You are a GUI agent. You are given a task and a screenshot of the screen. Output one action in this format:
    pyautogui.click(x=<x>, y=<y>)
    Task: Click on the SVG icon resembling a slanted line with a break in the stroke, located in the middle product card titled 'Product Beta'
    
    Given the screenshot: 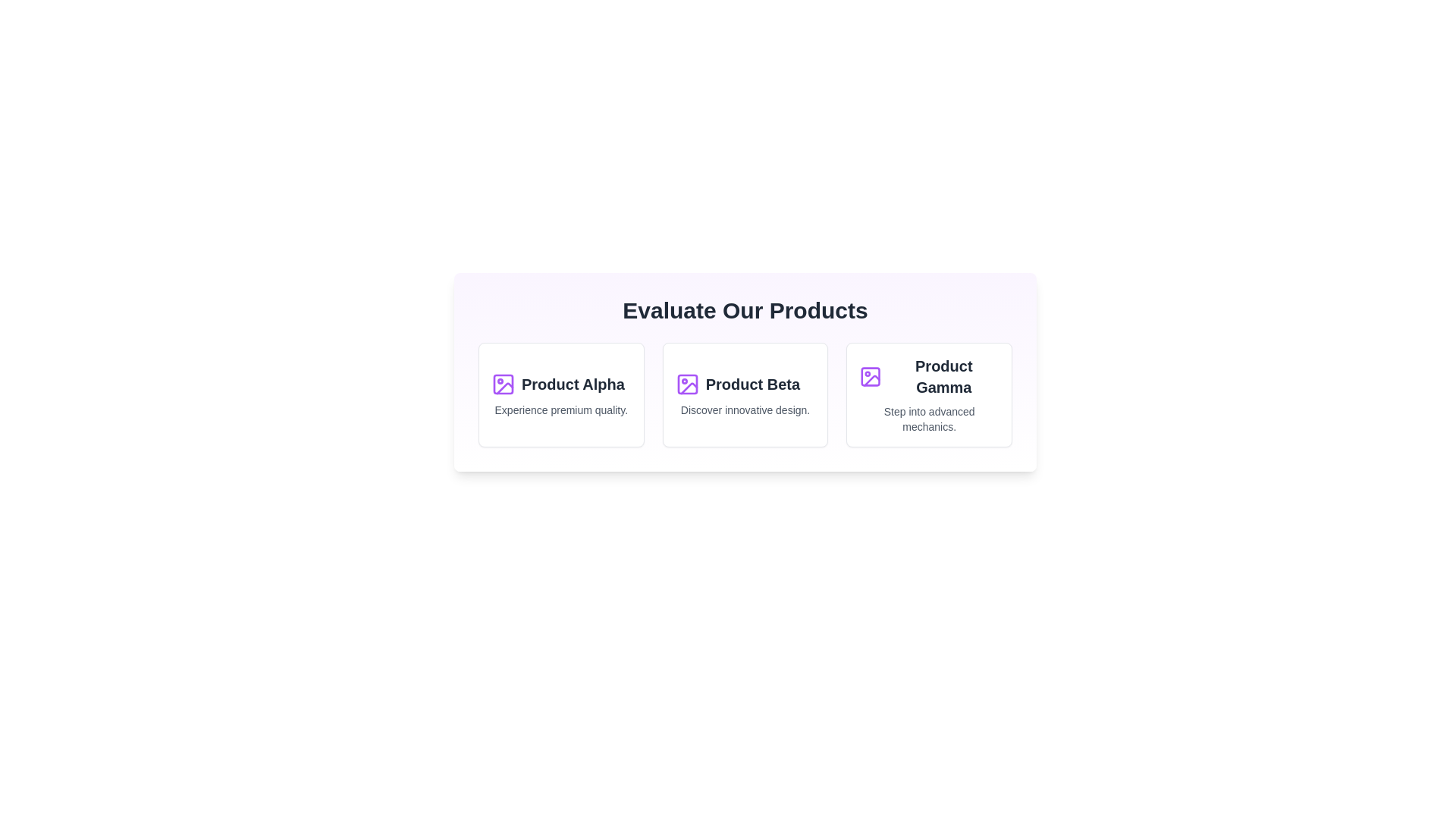 What is the action you would take?
    pyautogui.click(x=688, y=388)
    